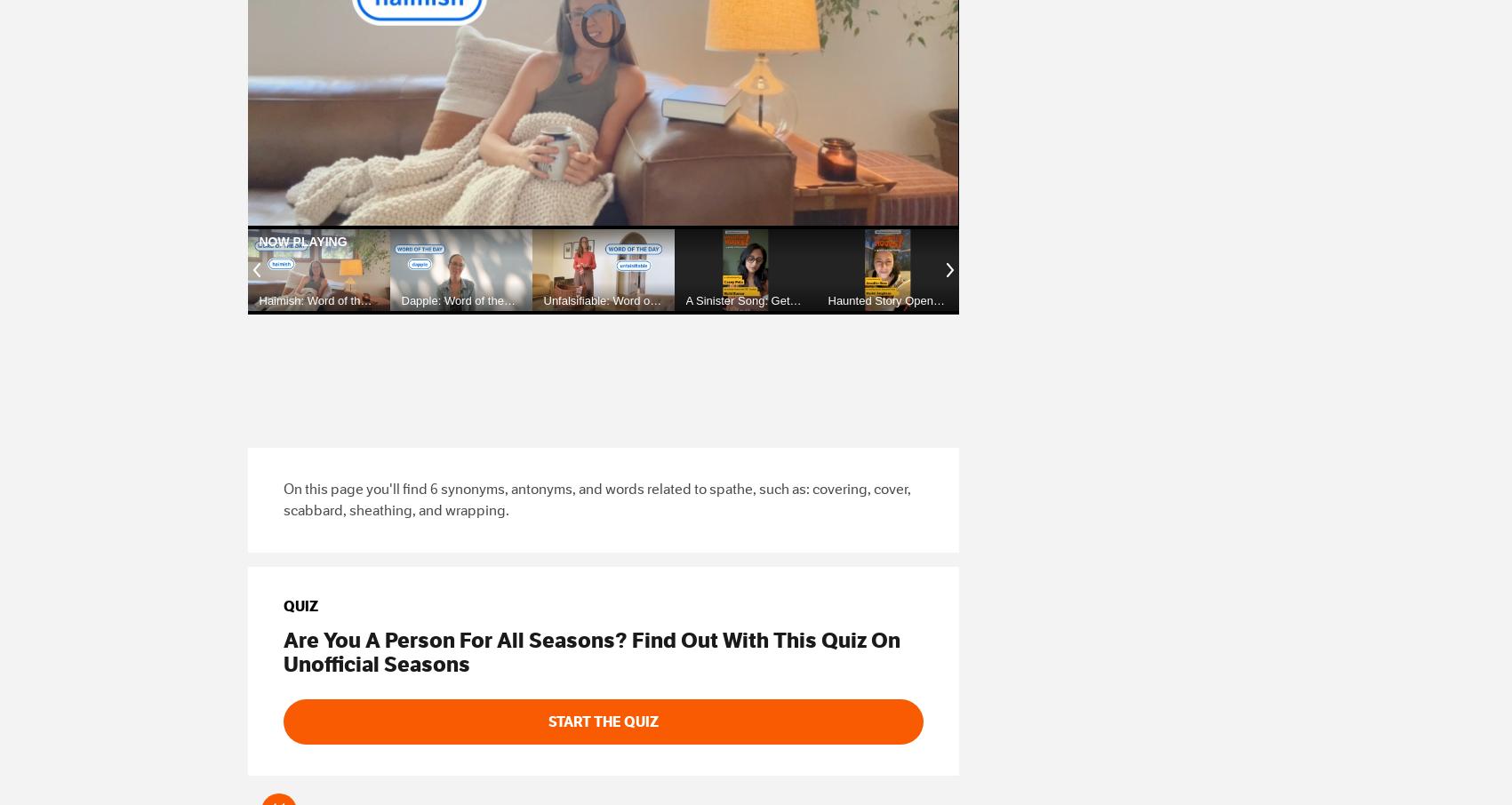 The height and width of the screenshot is (805, 1512). Describe the element at coordinates (1312, 313) in the screenshot. I see `'Why Do We Say "Trick Or Treat" On Halloween?'` at that location.